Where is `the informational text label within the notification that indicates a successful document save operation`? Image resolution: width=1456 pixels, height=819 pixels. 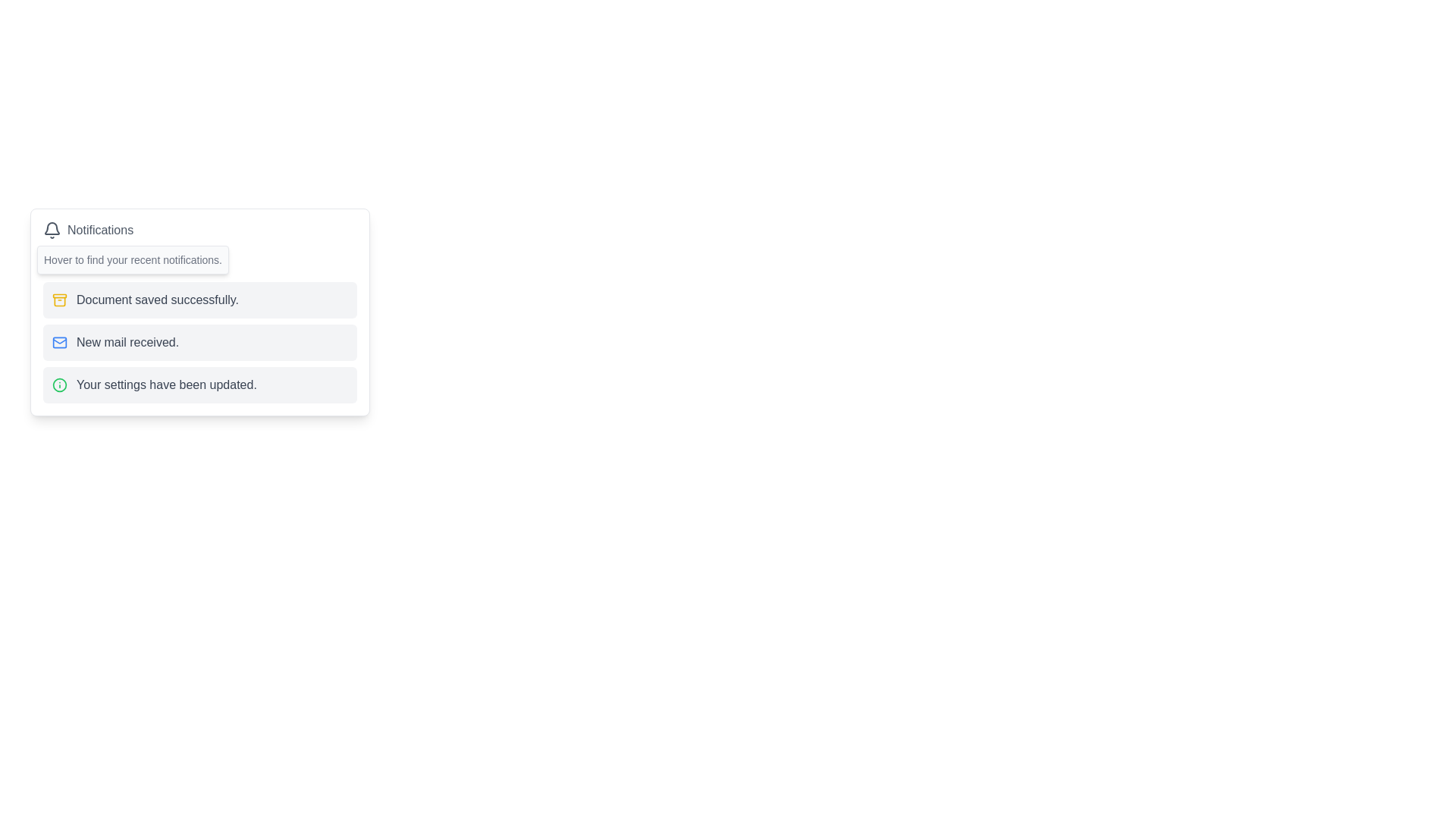
the informational text label within the notification that indicates a successful document save operation is located at coordinates (157, 300).